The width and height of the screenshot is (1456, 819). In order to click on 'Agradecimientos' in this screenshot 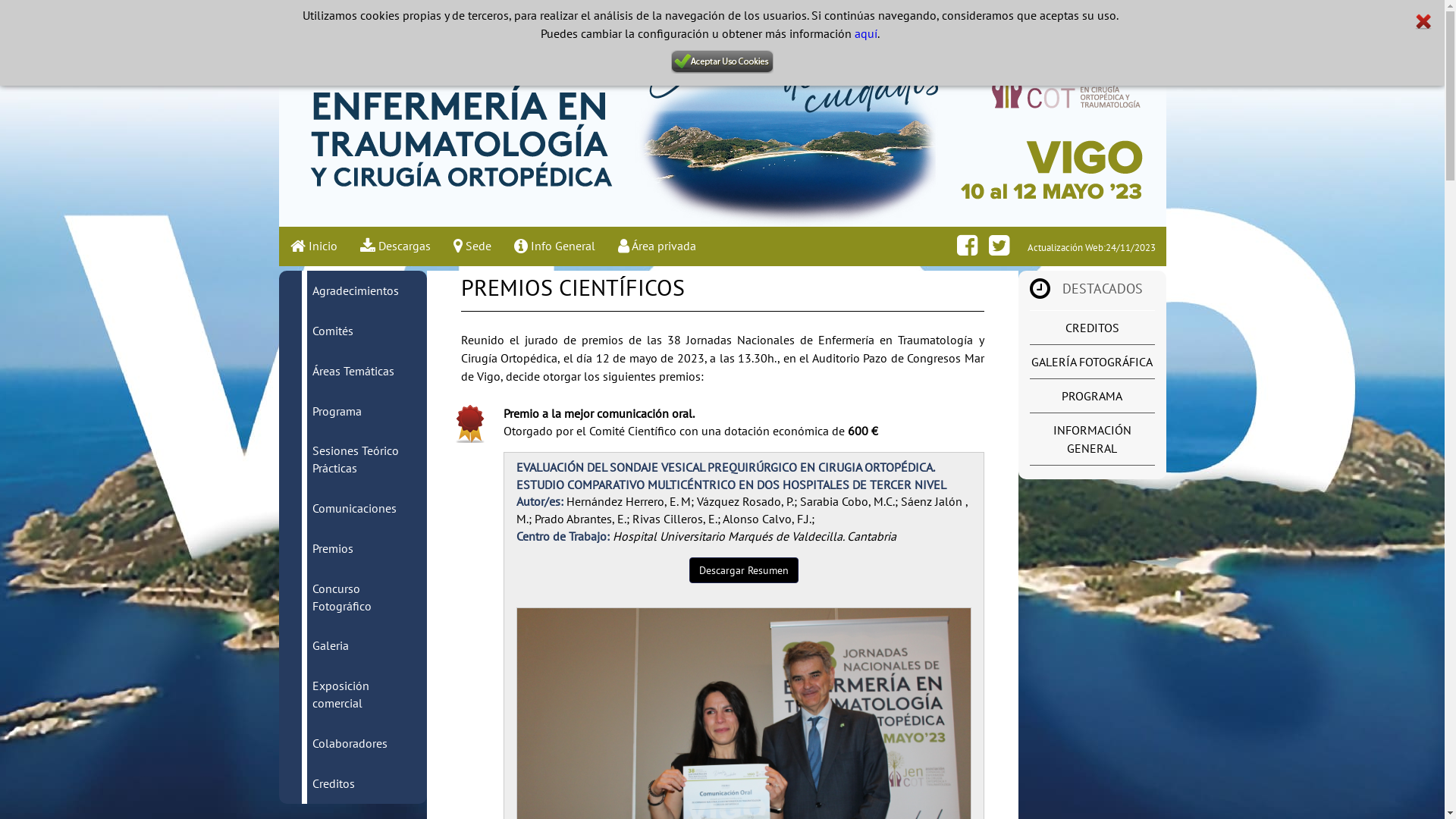, I will do `click(312, 290)`.